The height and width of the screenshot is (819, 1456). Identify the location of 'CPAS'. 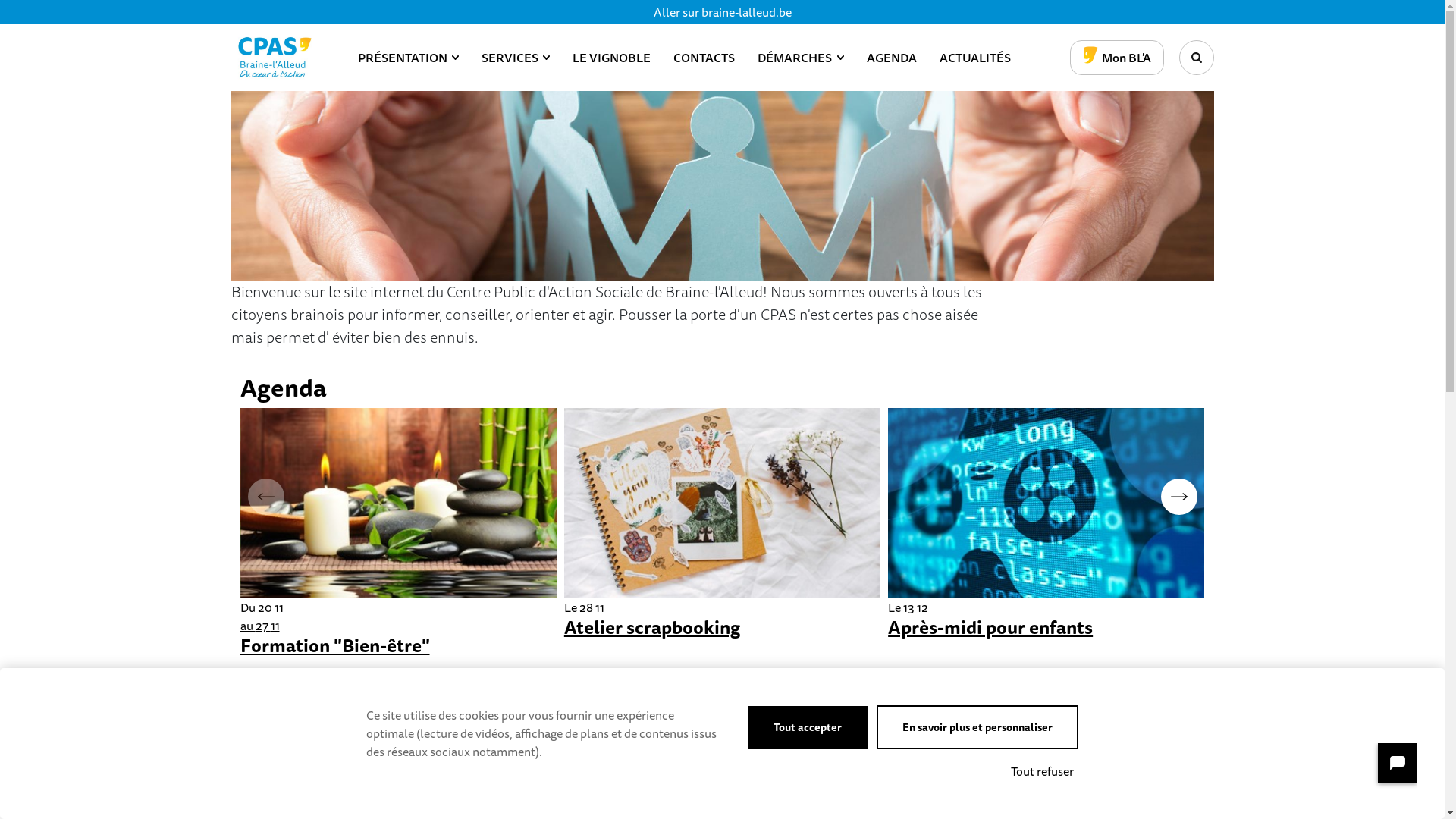
(274, 57).